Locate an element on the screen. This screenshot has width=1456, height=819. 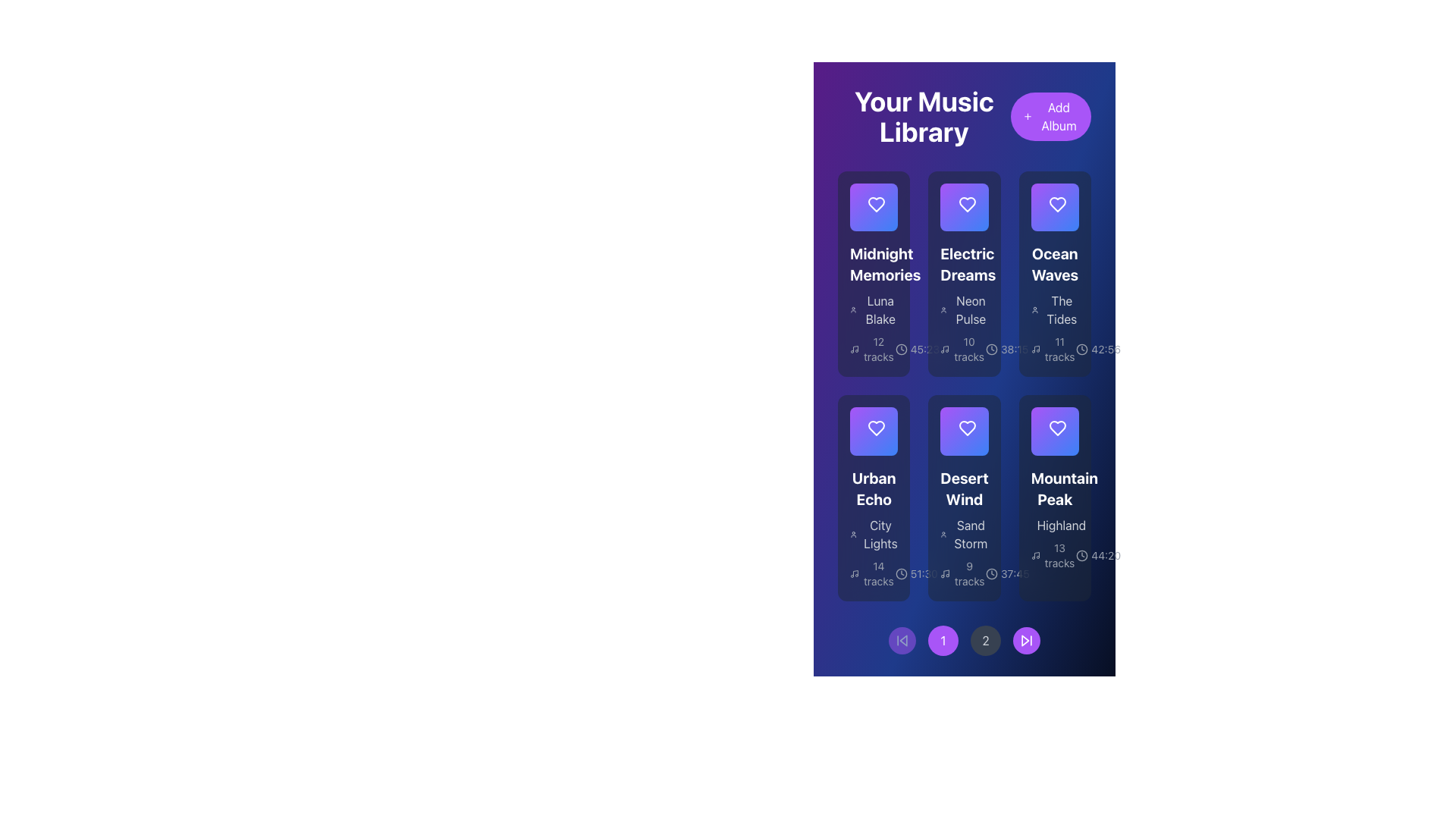
the clock icon that indicates the duration of the associated track in the music library interface, located in the bottom row of the second column is located at coordinates (992, 573).